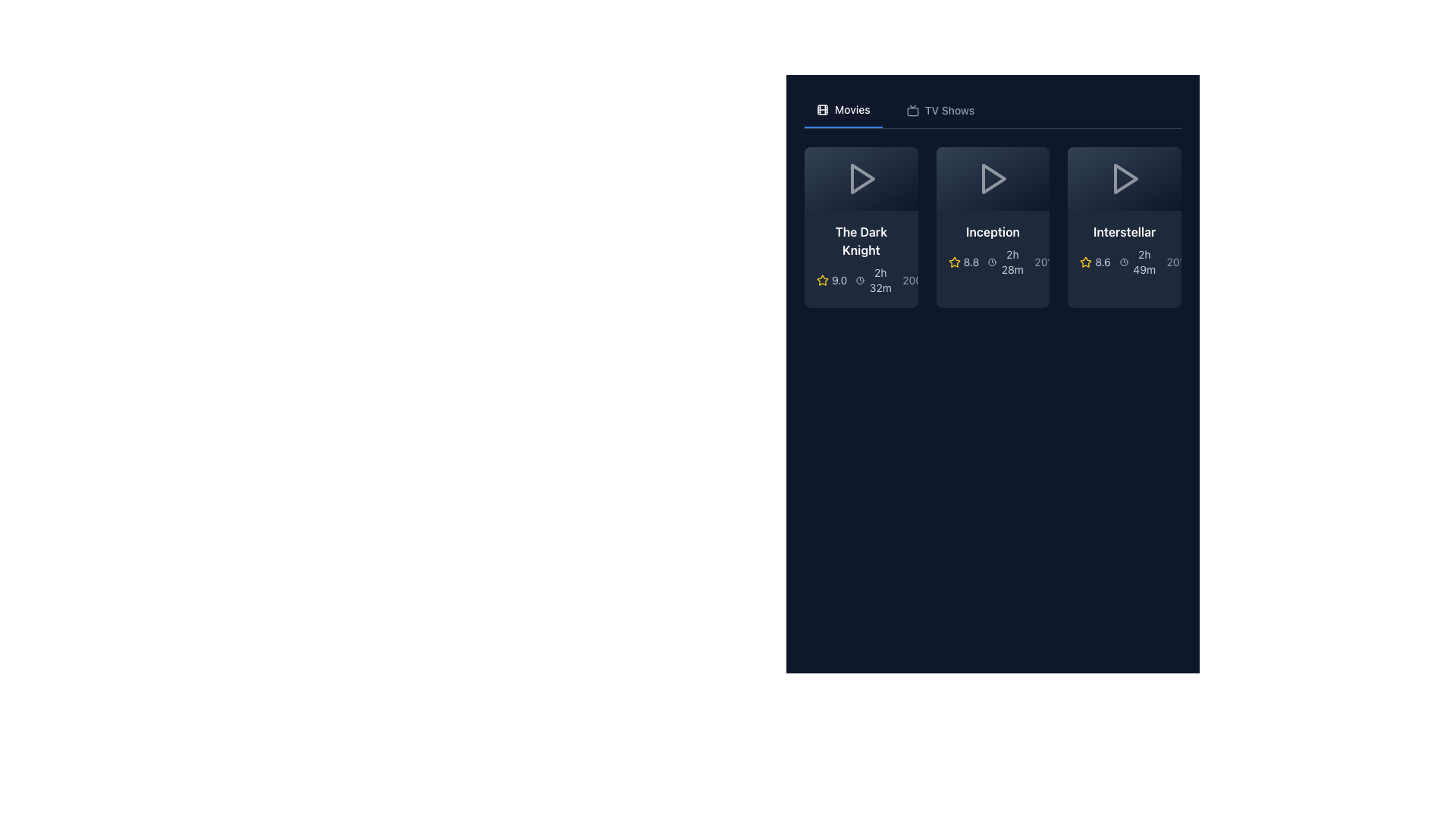 The height and width of the screenshot is (819, 1456). Describe the element at coordinates (993, 178) in the screenshot. I see `the play icon located in the second card of the horizontal carousel for the movie 'Inception'` at that location.